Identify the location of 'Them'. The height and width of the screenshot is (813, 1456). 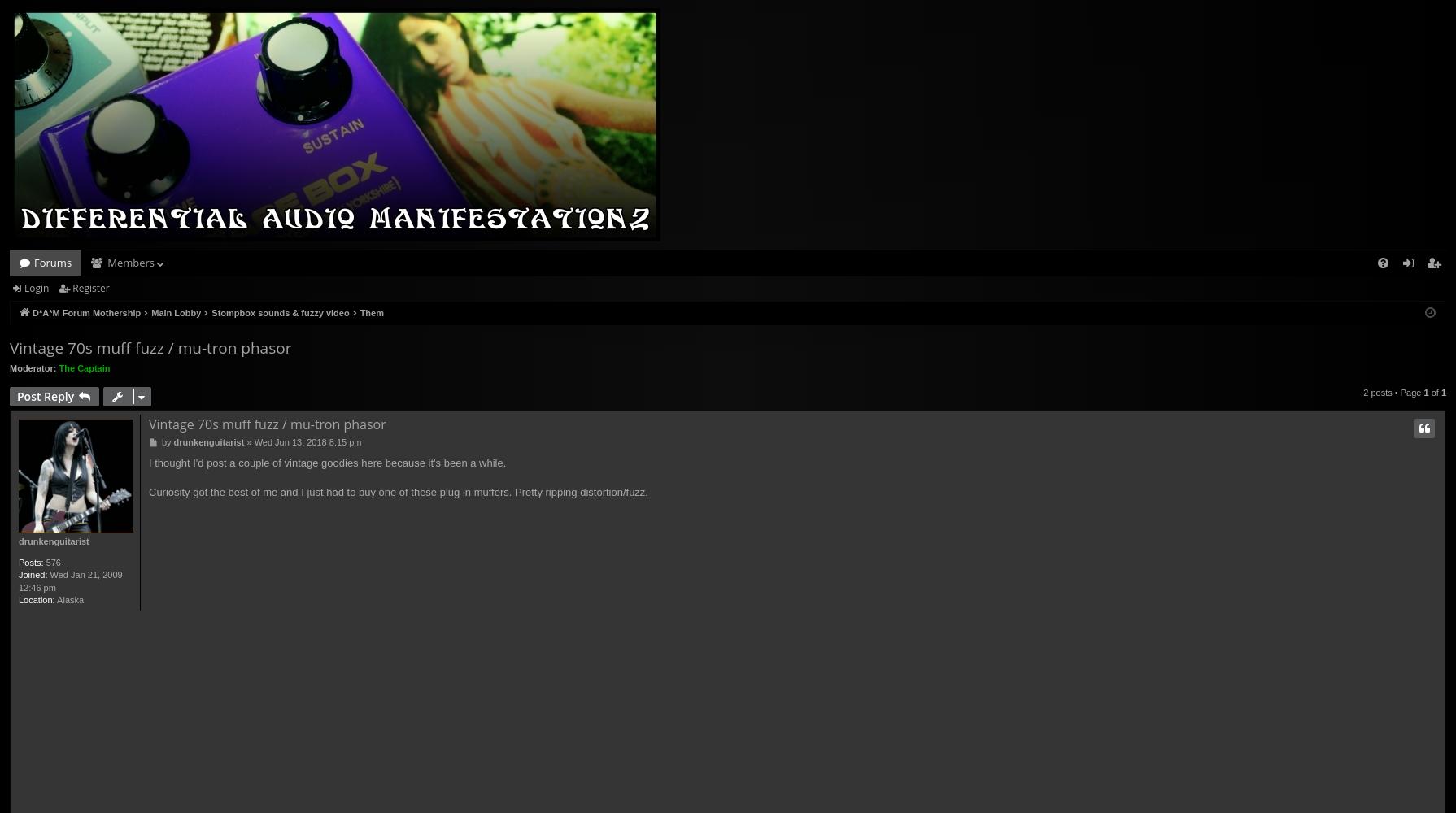
(370, 313).